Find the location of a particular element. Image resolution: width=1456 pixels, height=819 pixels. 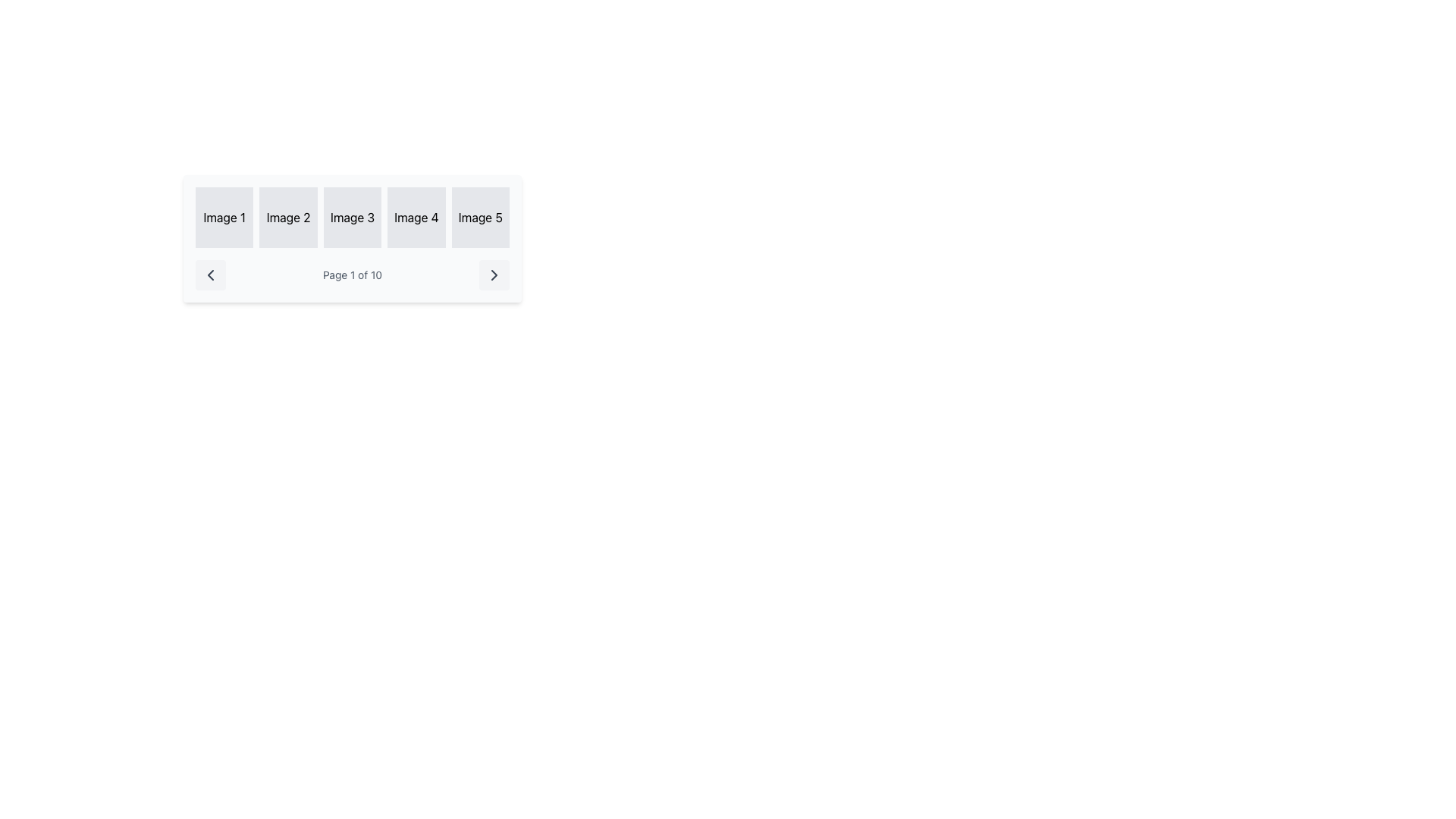

the label representing 'Image 5' in the grid is located at coordinates (479, 217).